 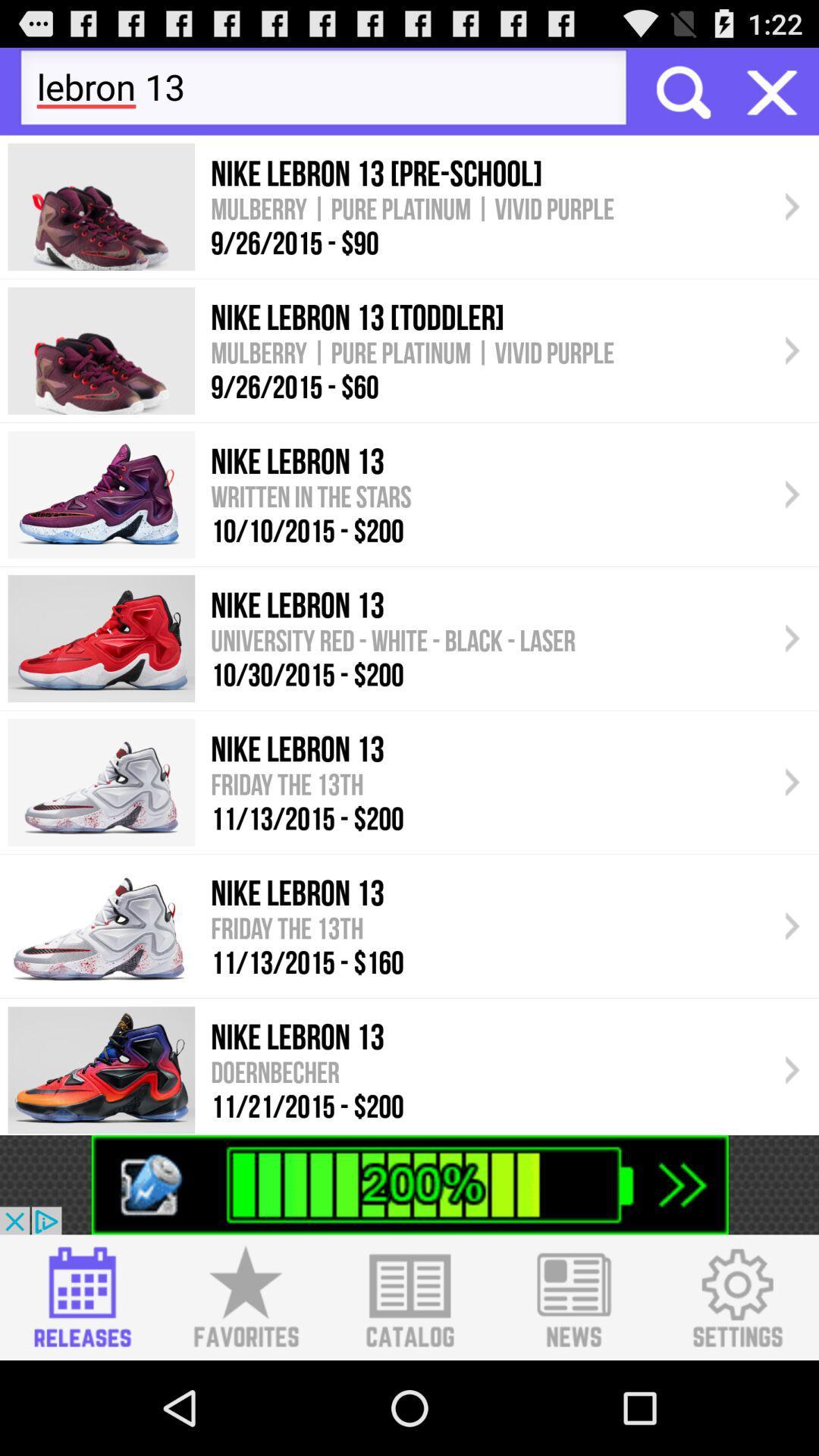 What do you see at coordinates (245, 1389) in the screenshot?
I see `the star icon` at bounding box center [245, 1389].